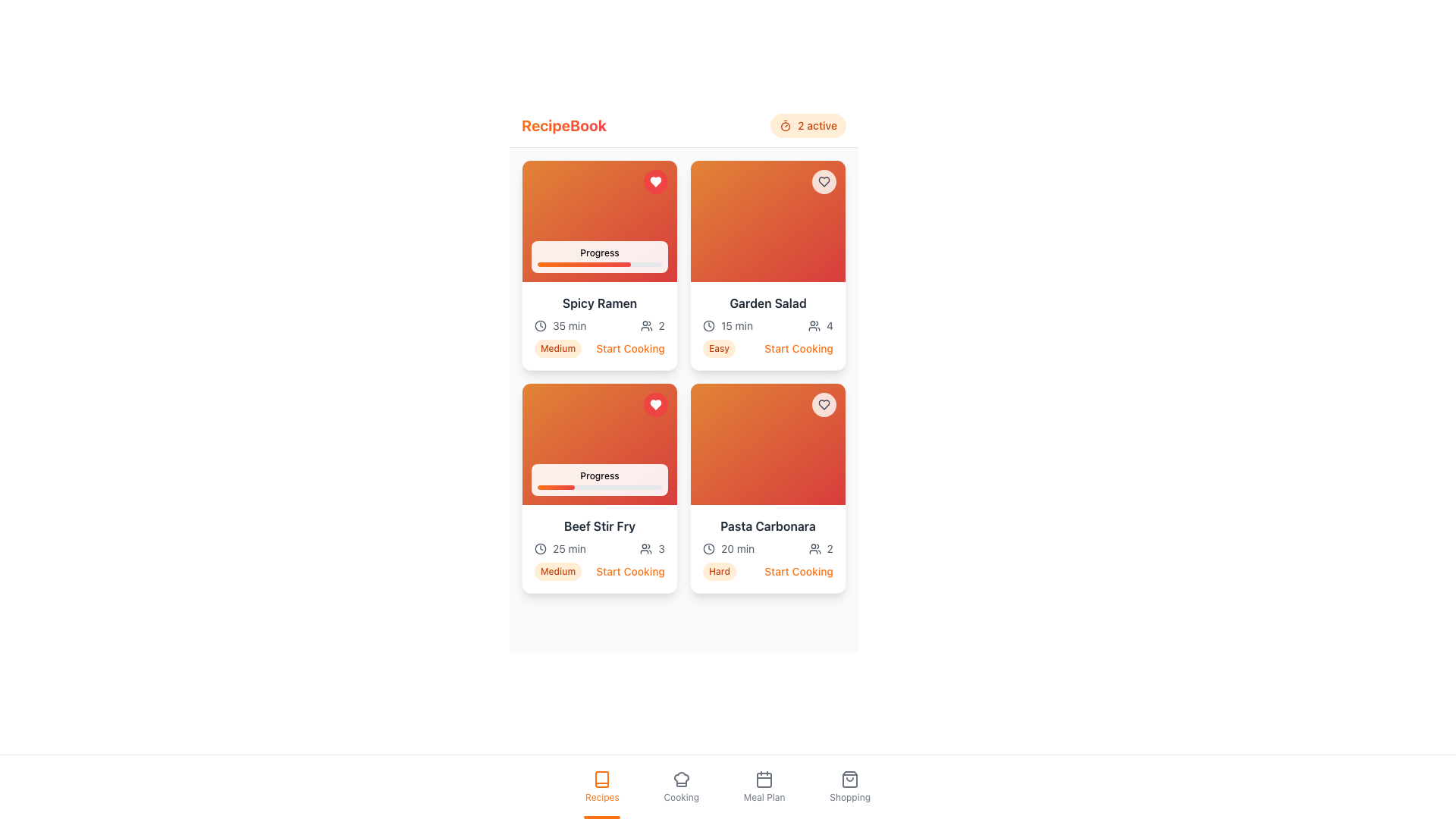 The width and height of the screenshot is (1456, 819). What do you see at coordinates (680, 780) in the screenshot?
I see `the 'Cooking' icon located in the center of the navigation bar at the bottom of the interface` at bounding box center [680, 780].